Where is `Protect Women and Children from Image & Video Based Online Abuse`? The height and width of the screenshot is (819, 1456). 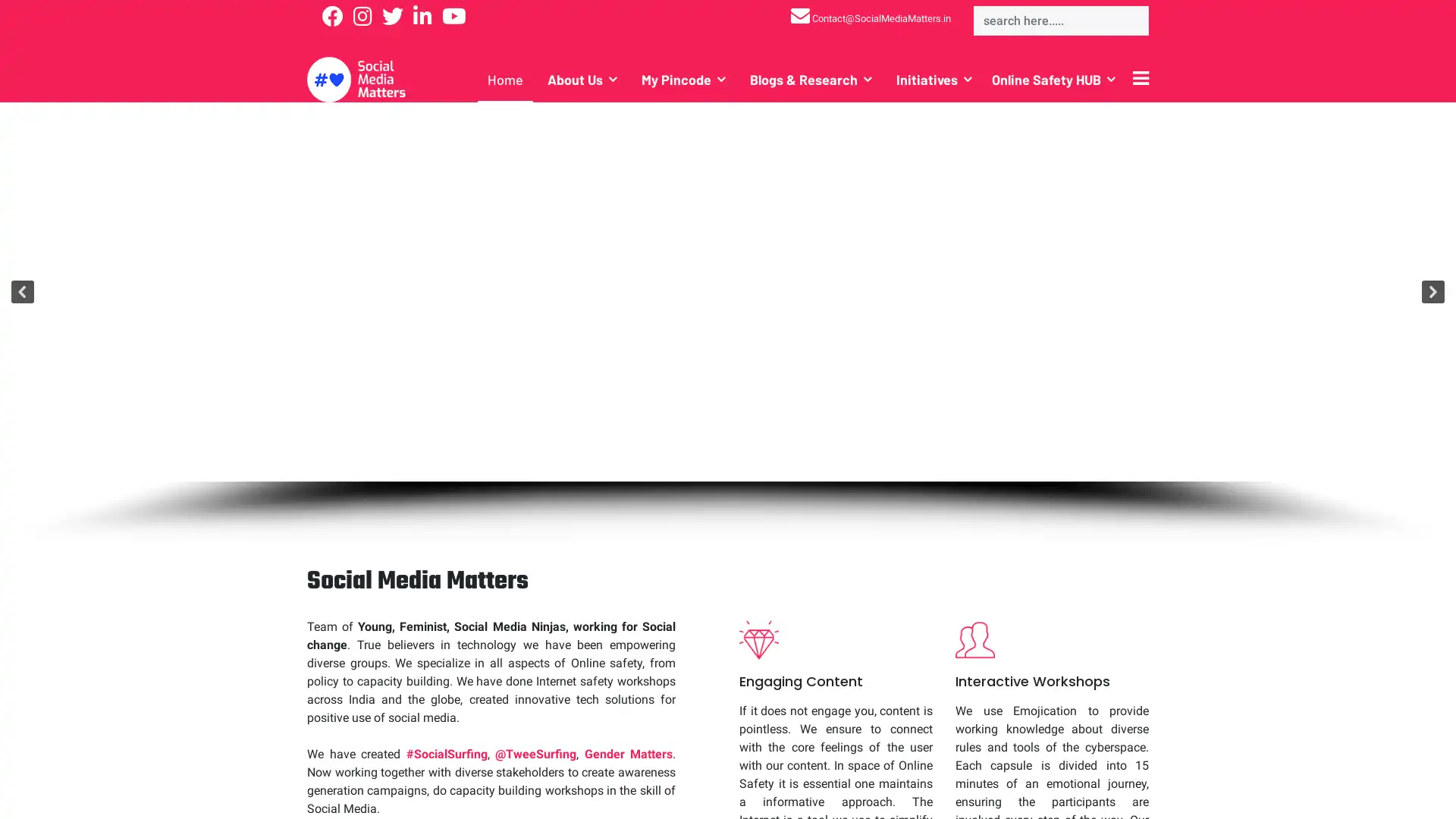
Protect Women and Children from Image & Video Based Online Abuse is located at coordinates (720, 466).